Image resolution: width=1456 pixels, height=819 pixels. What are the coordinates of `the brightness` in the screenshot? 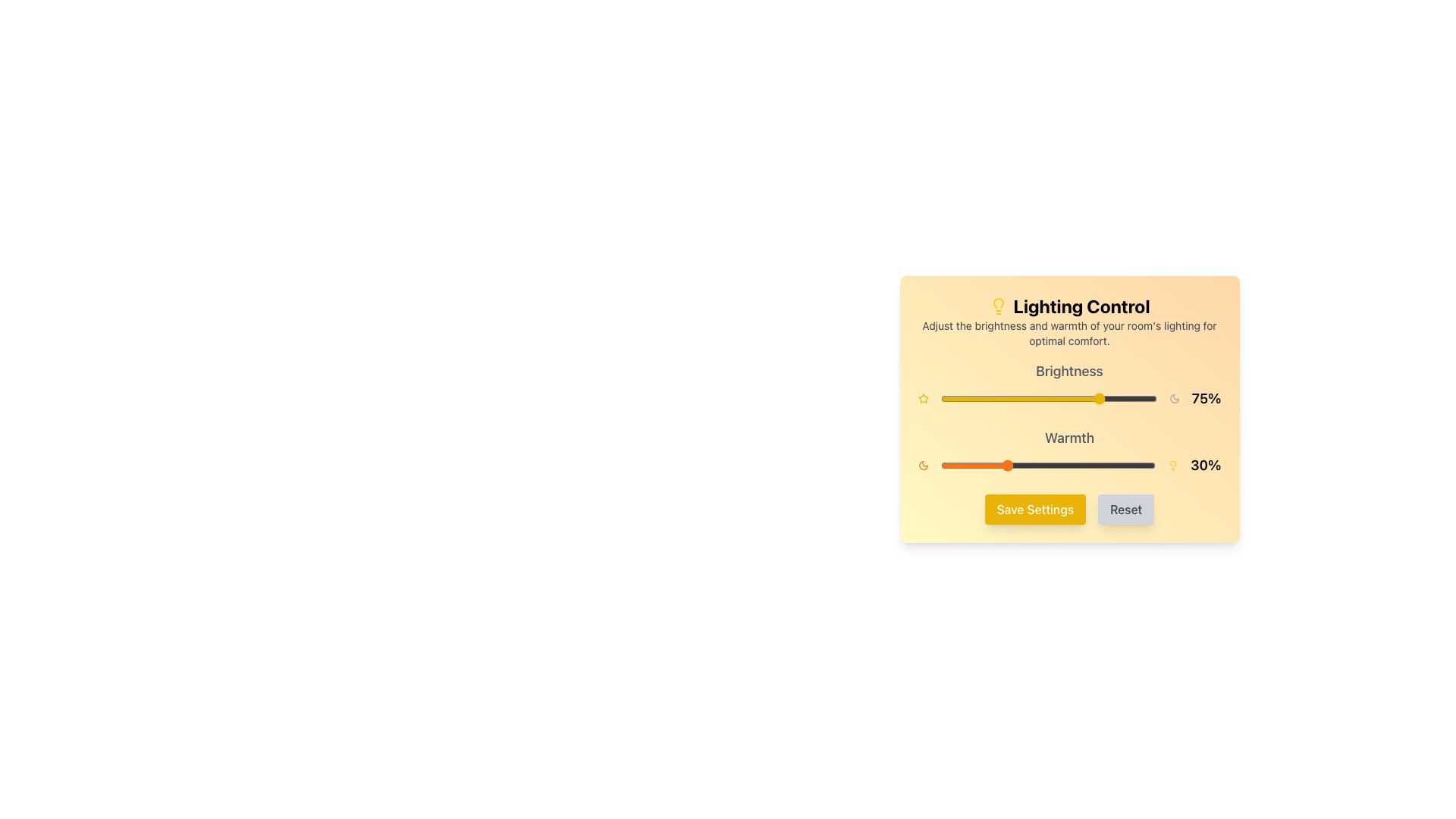 It's located at (1046, 397).